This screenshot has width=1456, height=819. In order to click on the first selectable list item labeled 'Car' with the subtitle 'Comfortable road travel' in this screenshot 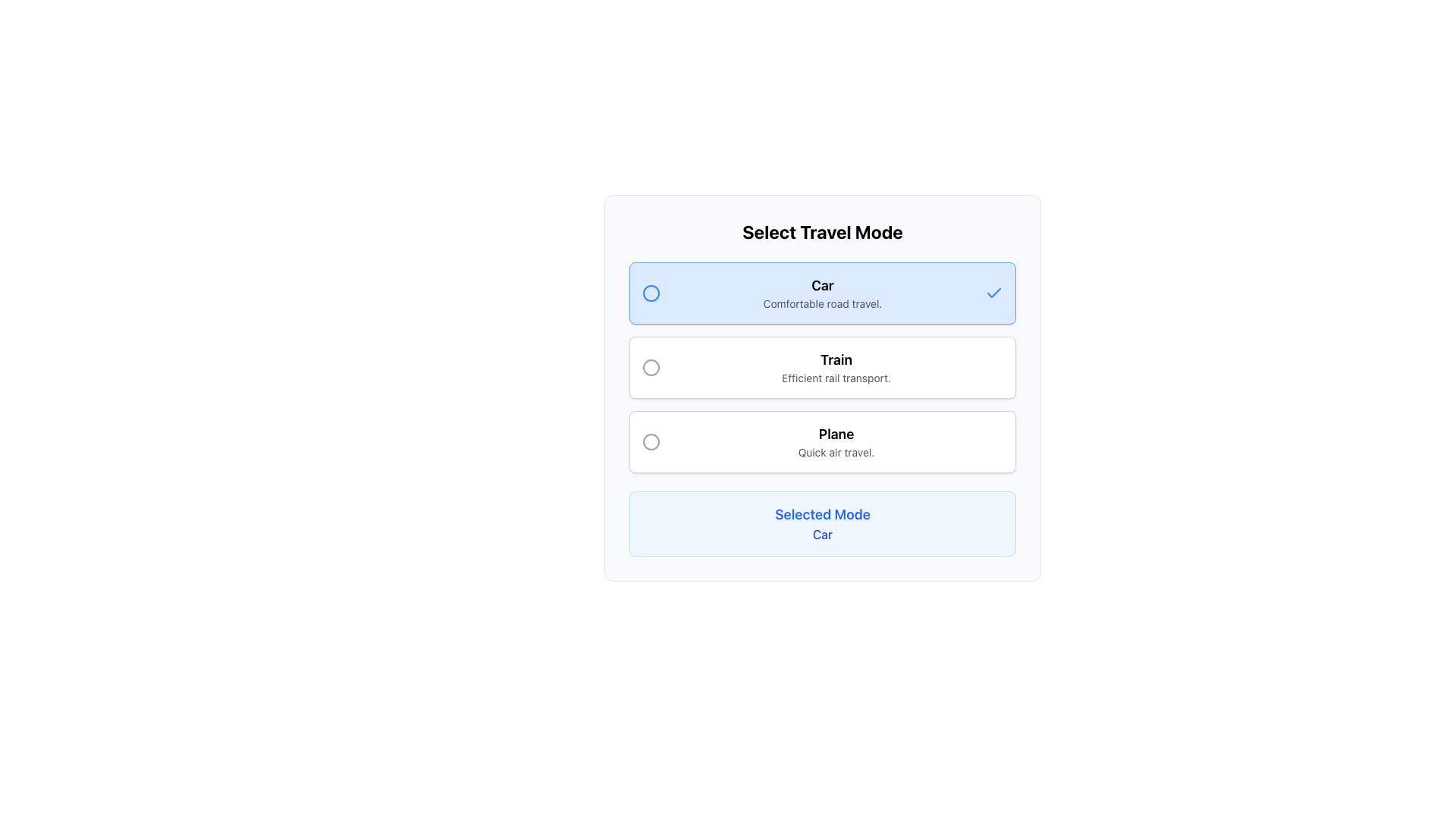, I will do `click(821, 293)`.